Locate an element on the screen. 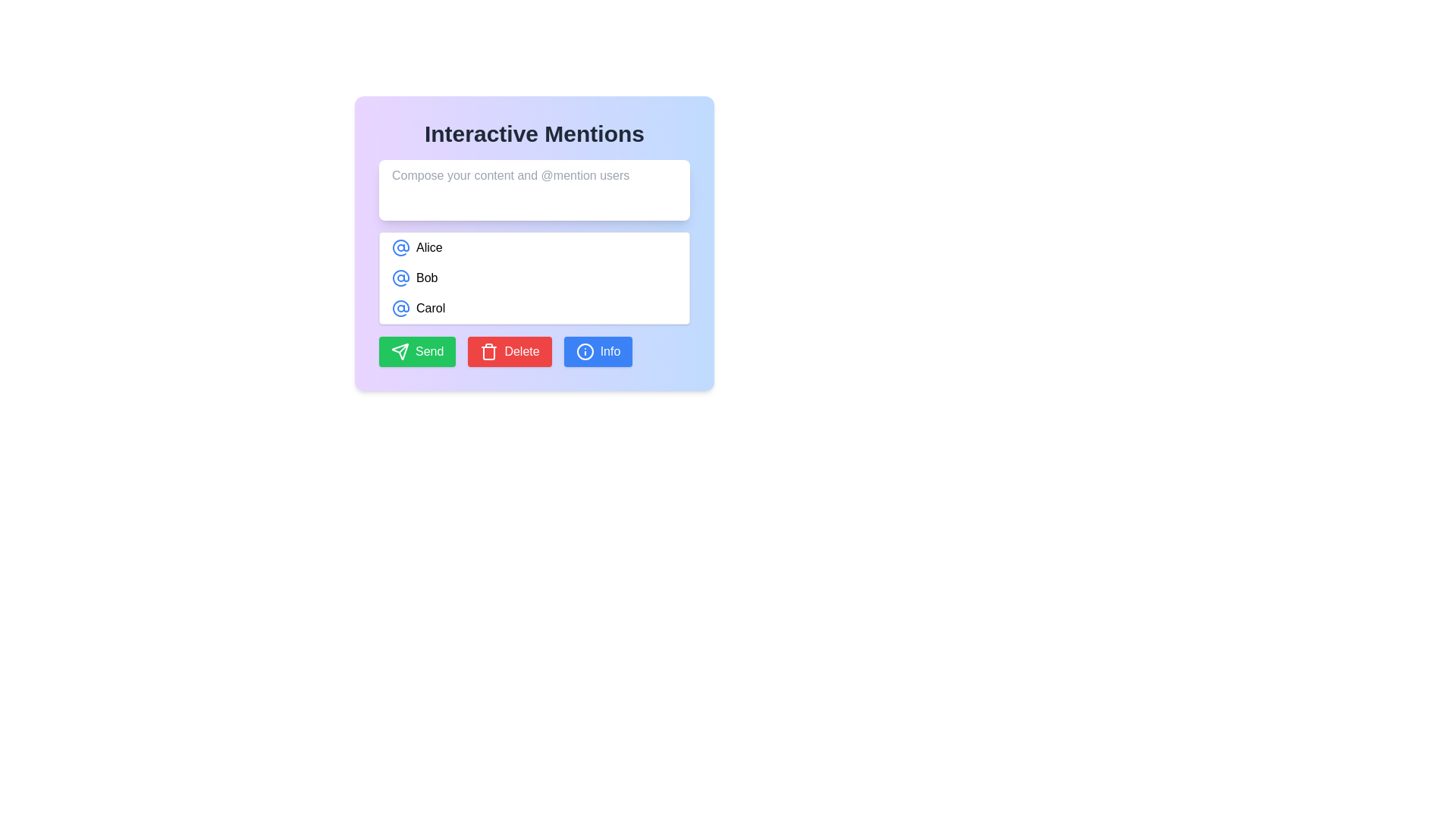 This screenshot has height=819, width=1456. the 'info' icon located inside the 'Info' button at the bottom right corner of the interactive UI, which is positioned to the left of the text 'Info' is located at coordinates (584, 351).